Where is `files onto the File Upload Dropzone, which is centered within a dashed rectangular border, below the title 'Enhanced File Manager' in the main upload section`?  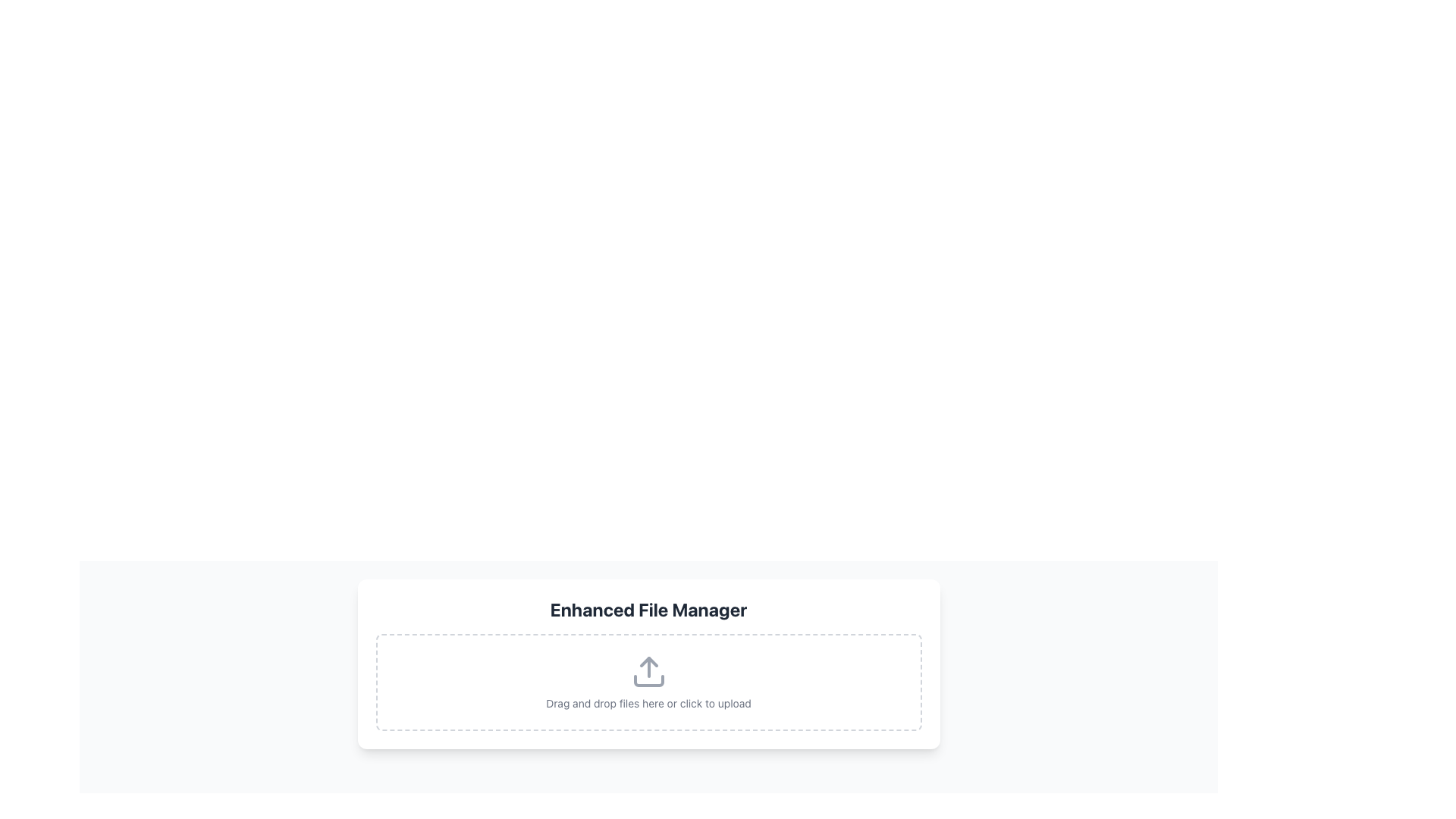 files onto the File Upload Dropzone, which is centered within a dashed rectangular border, below the title 'Enhanced File Manager' in the main upload section is located at coordinates (648, 681).